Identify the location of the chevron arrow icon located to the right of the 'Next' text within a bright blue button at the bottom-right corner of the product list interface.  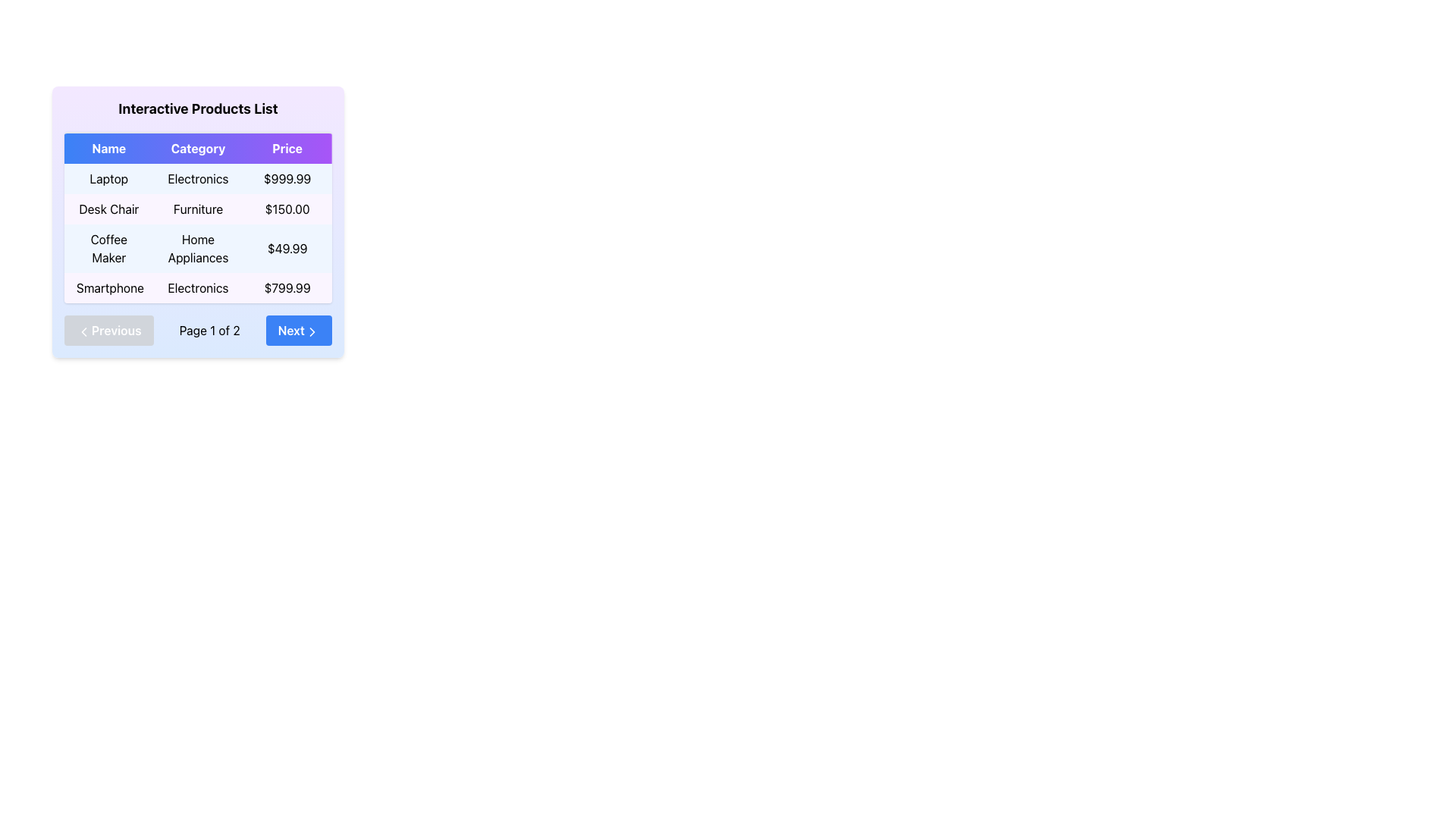
(312, 331).